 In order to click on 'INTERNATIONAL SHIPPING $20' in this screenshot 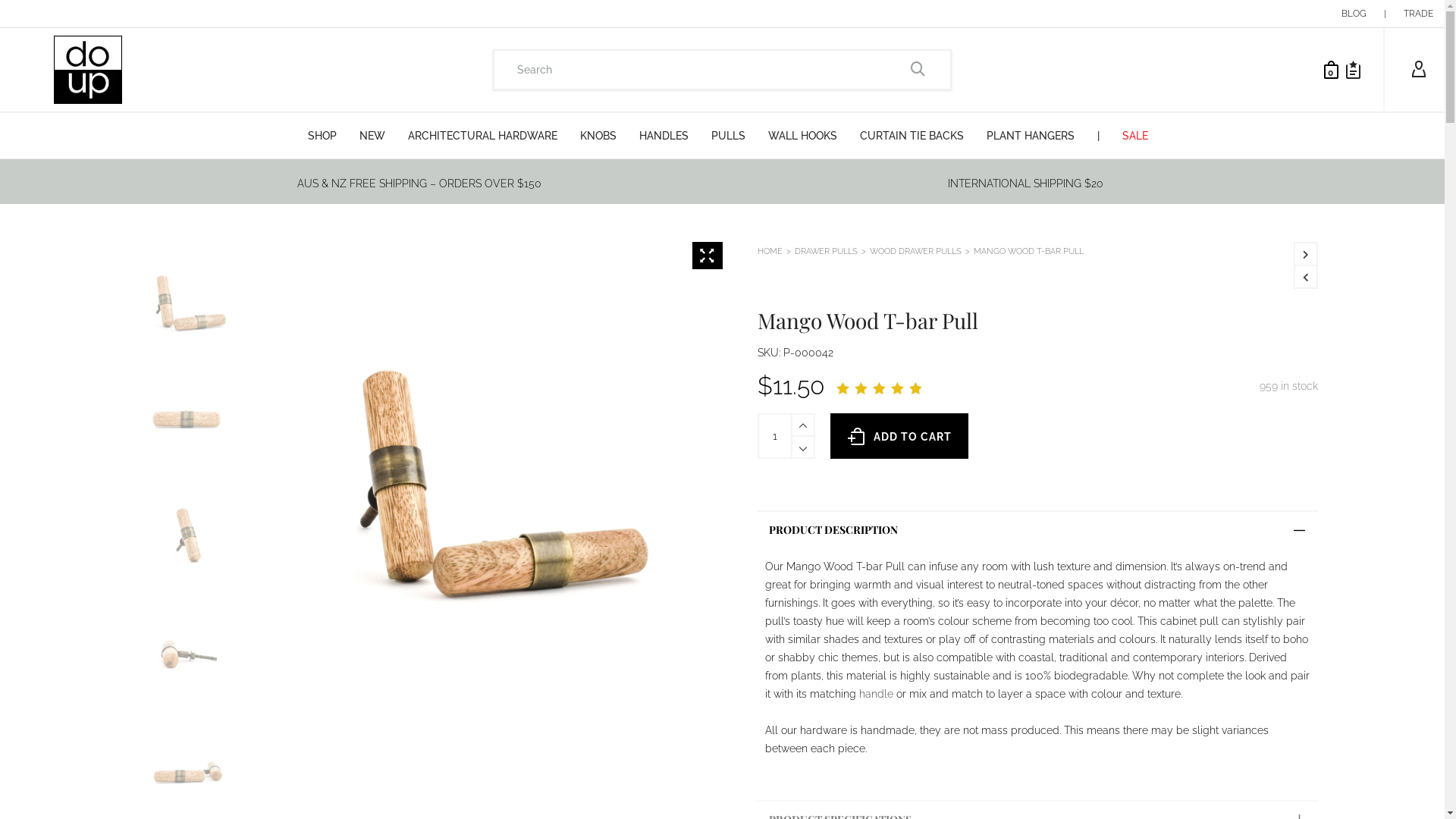, I will do `click(1025, 183)`.